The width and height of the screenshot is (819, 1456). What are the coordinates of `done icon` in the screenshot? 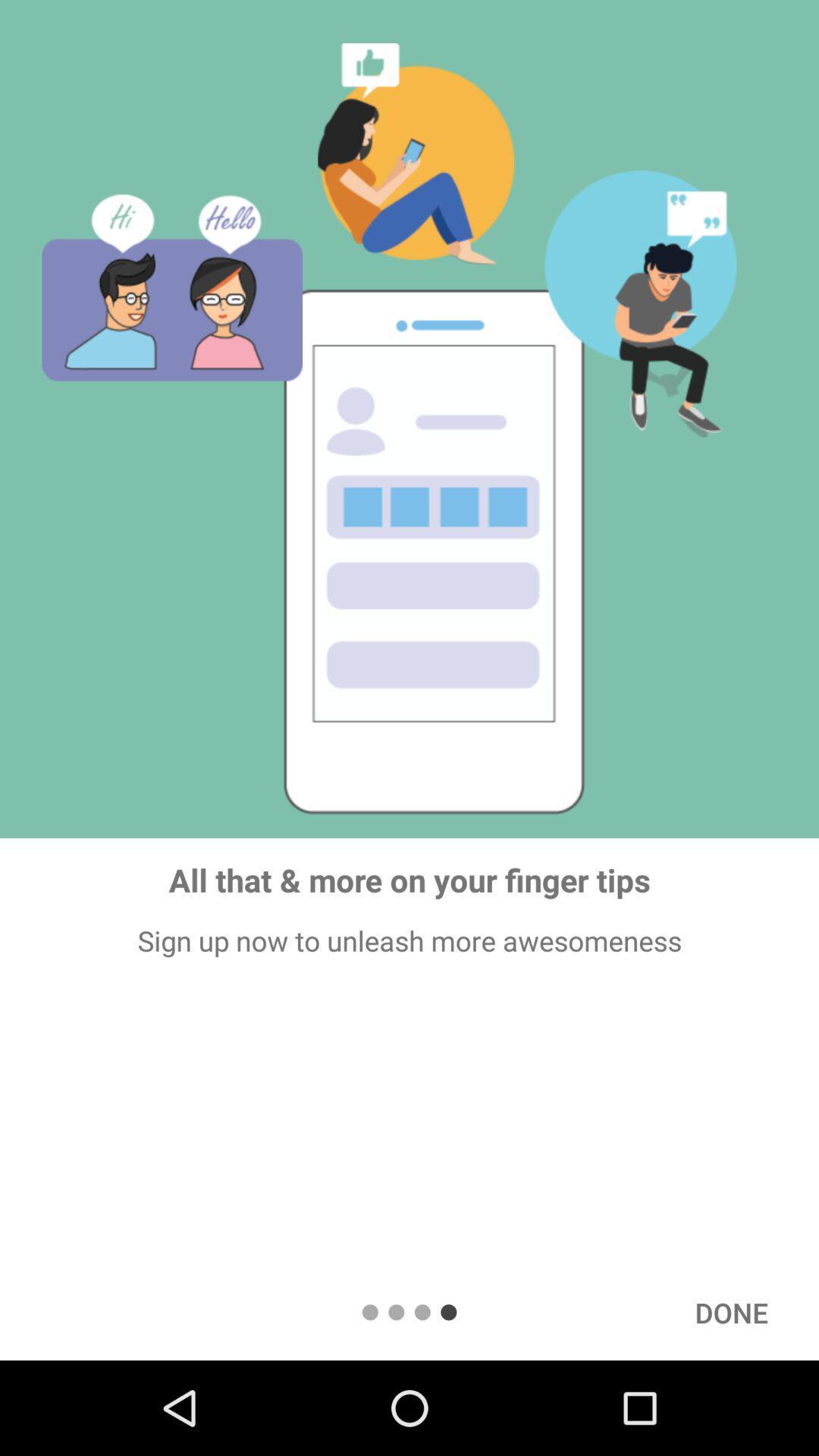 It's located at (730, 1312).